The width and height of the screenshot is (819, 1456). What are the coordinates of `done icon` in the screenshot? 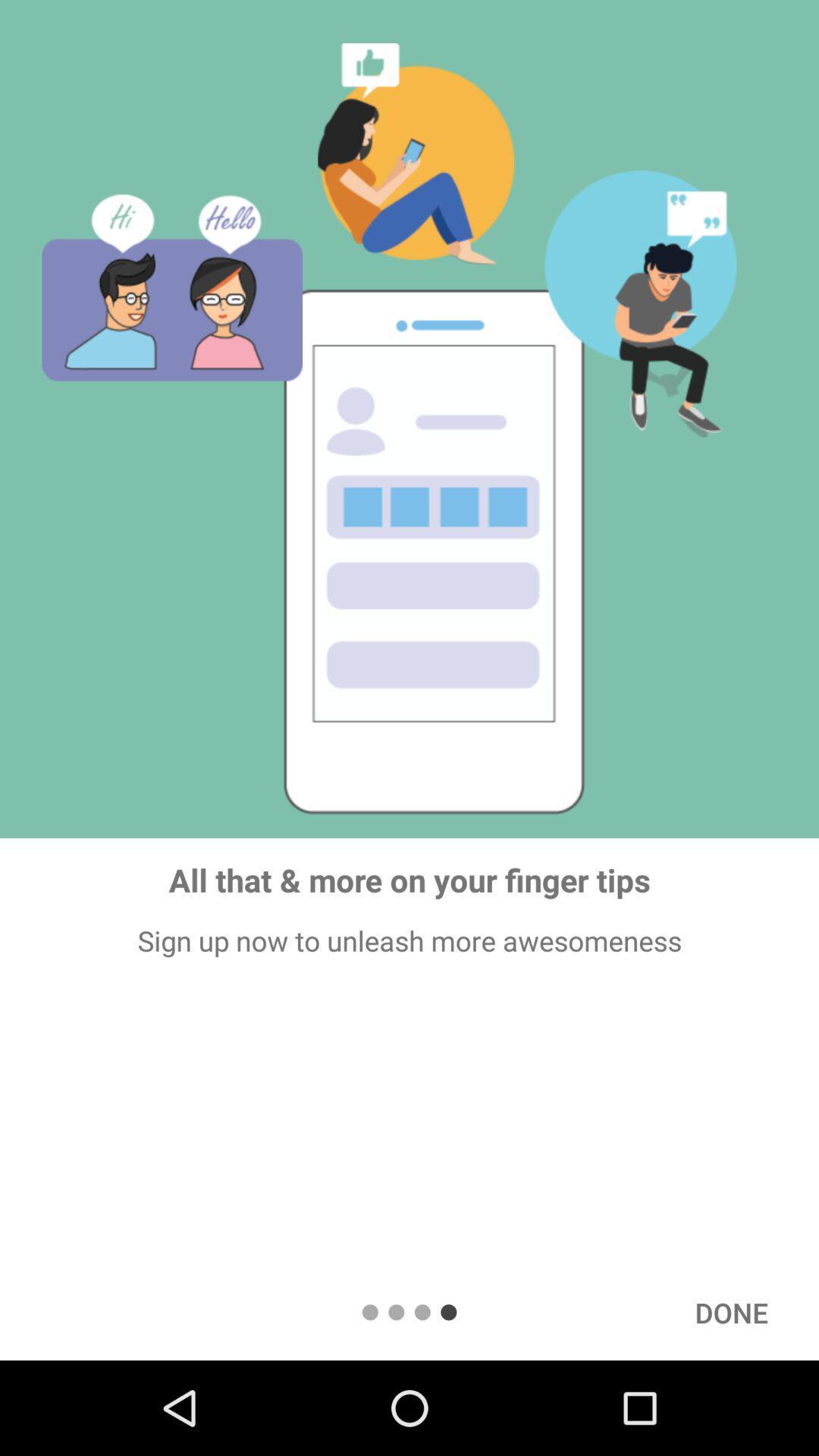 It's located at (730, 1312).